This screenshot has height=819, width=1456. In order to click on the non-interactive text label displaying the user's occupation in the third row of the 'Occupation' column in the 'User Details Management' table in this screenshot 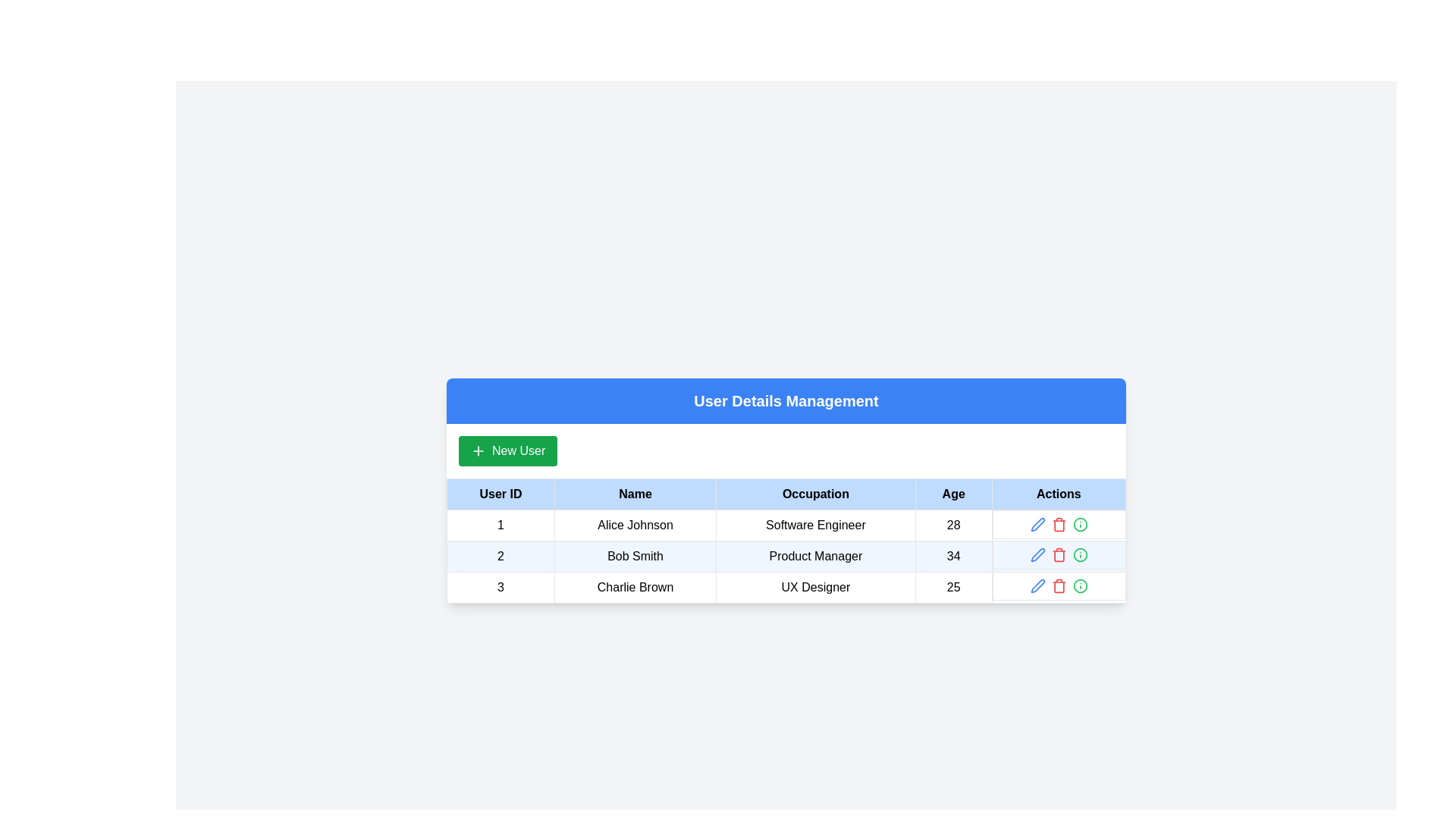, I will do `click(814, 586)`.